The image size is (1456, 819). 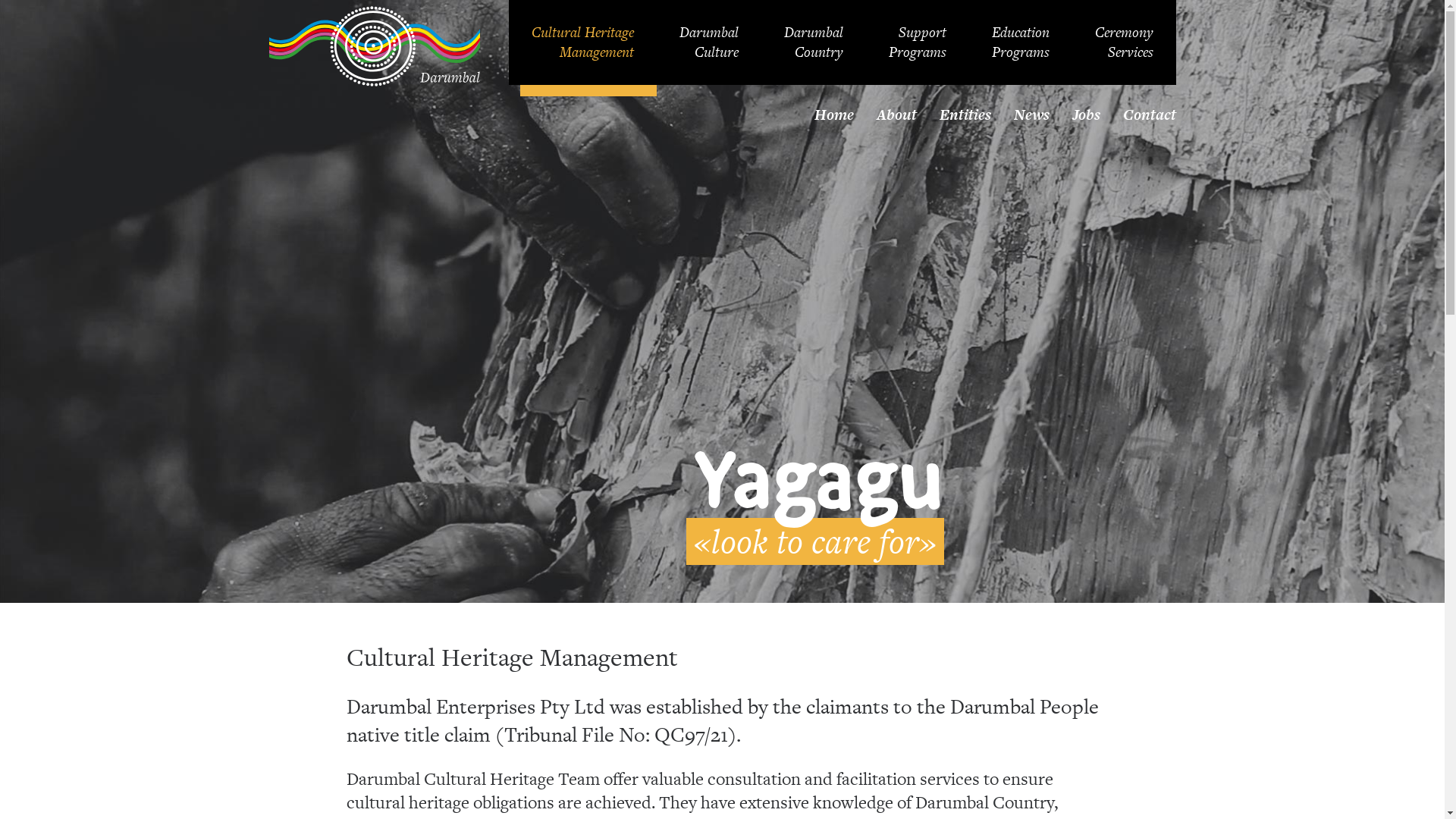 I want to click on 'Darumbal, so click(x=761, y=42).